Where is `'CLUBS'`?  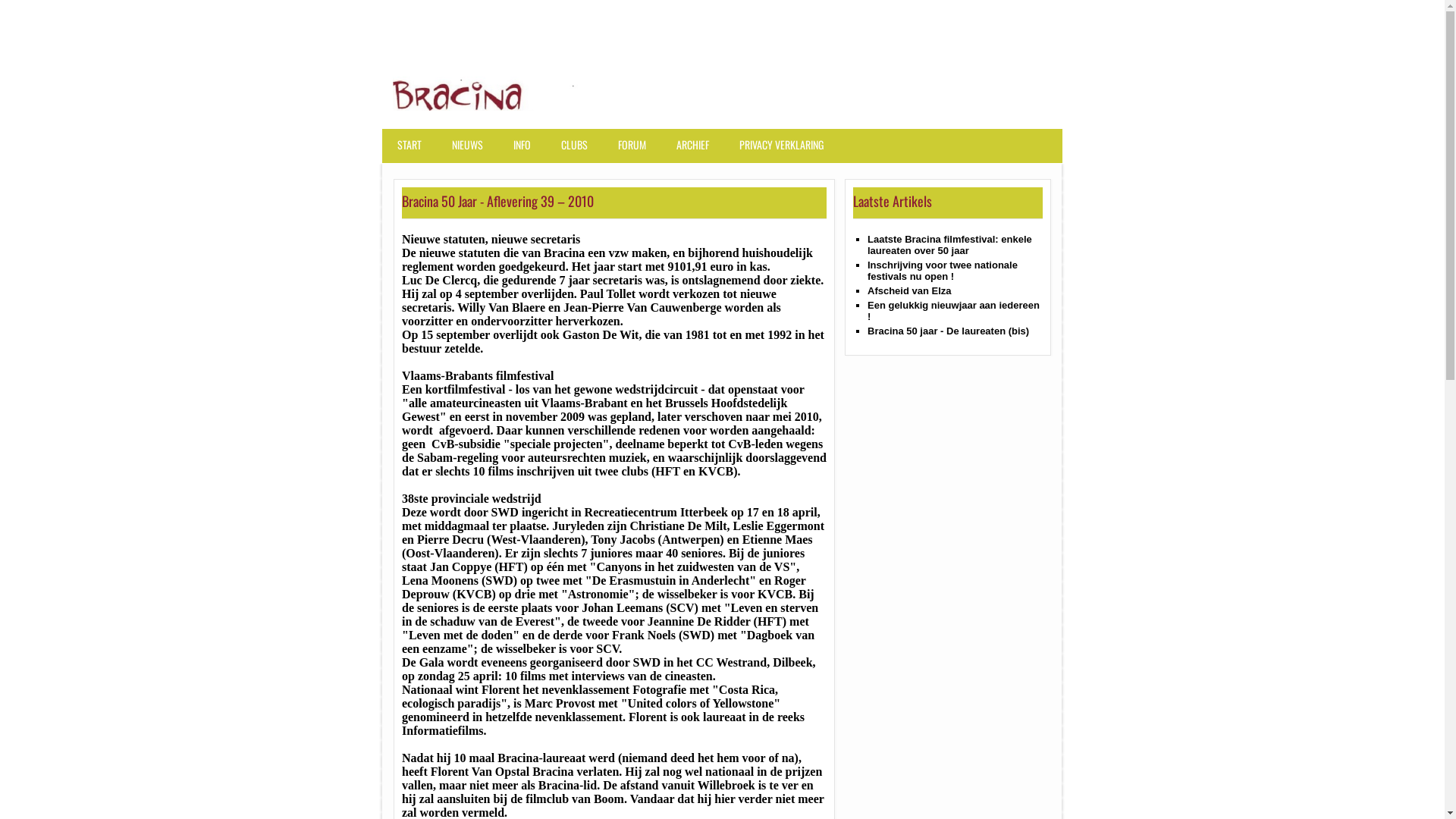 'CLUBS' is located at coordinates (554, 152).